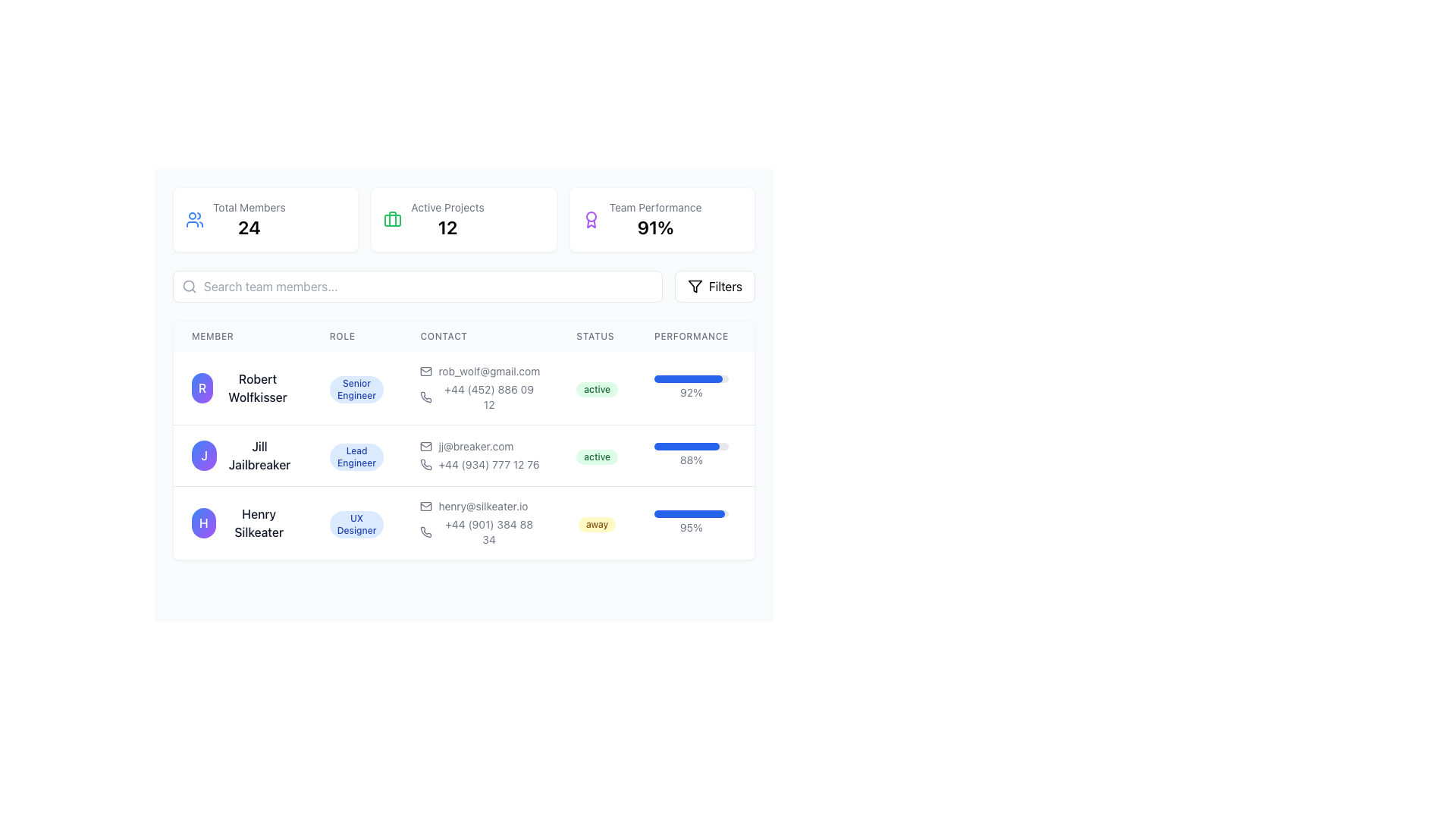 This screenshot has height=819, width=1456. Describe the element at coordinates (479, 532) in the screenshot. I see `the phone number display located below the email address 'henry@silkeater.io', which is part of the third row of a table, right of the phone icon` at that location.